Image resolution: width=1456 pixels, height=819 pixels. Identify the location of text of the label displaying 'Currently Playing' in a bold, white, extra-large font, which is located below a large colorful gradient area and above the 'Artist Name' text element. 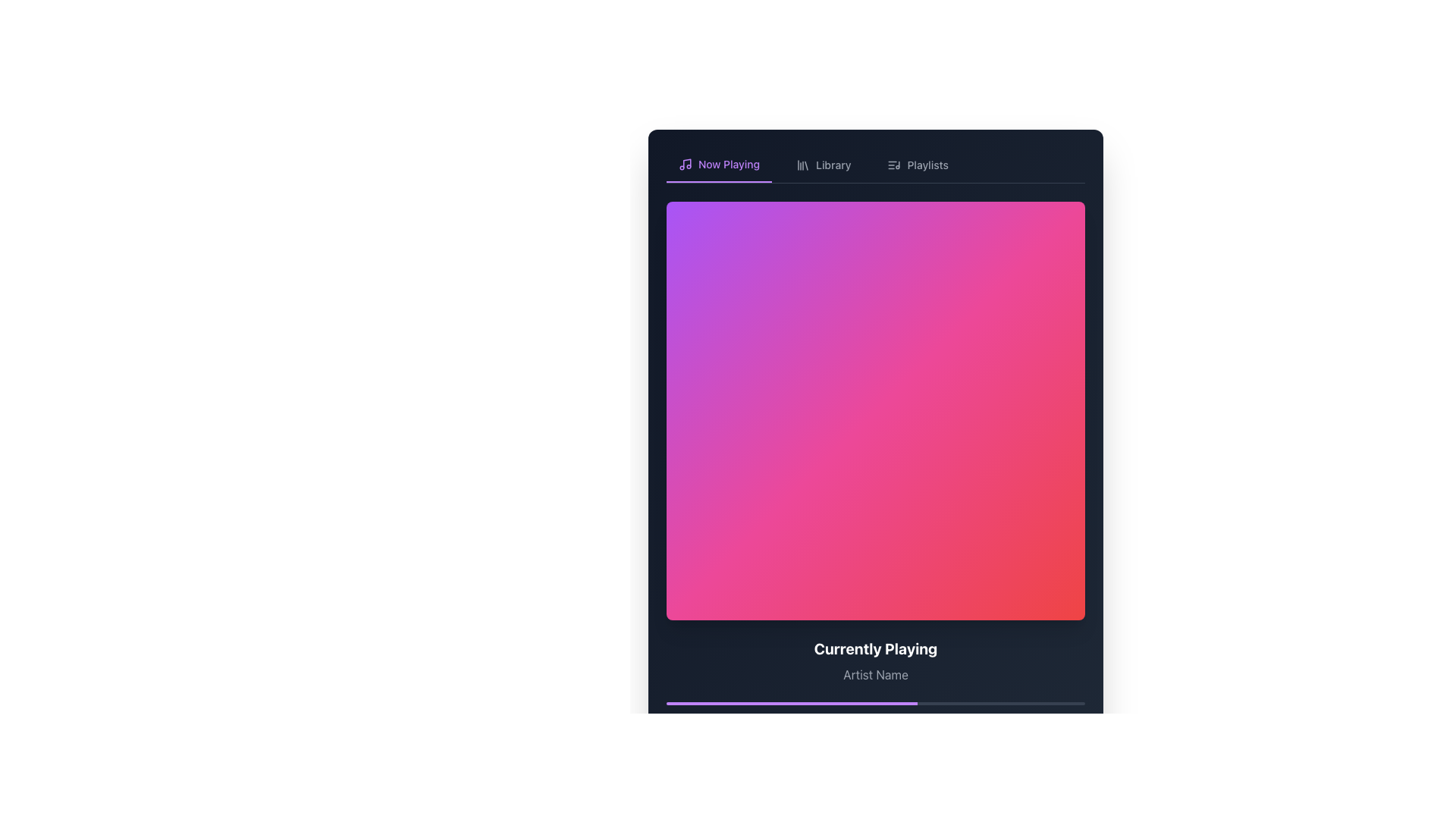
(876, 648).